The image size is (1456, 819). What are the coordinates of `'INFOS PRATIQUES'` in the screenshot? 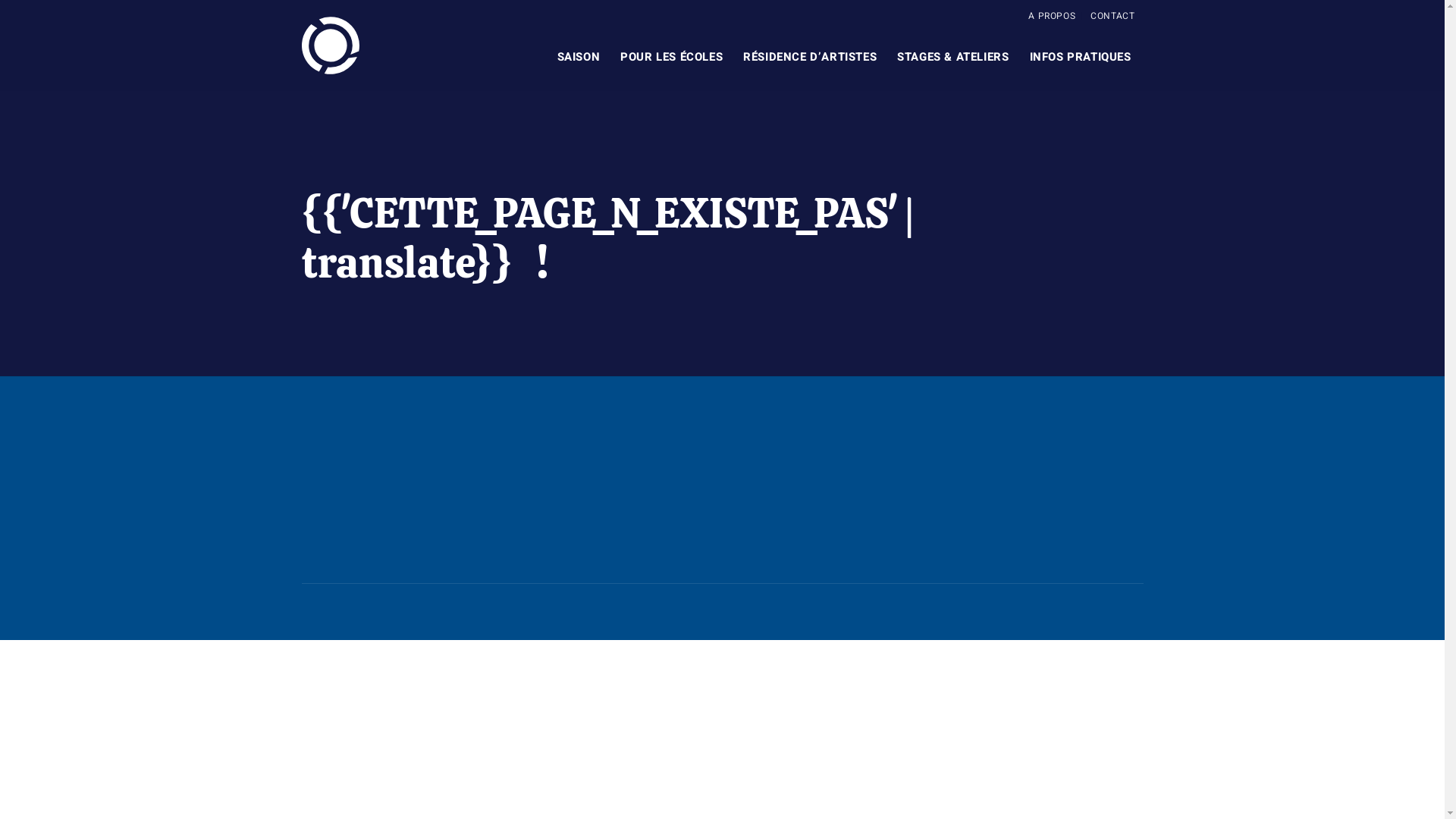 It's located at (1080, 55).